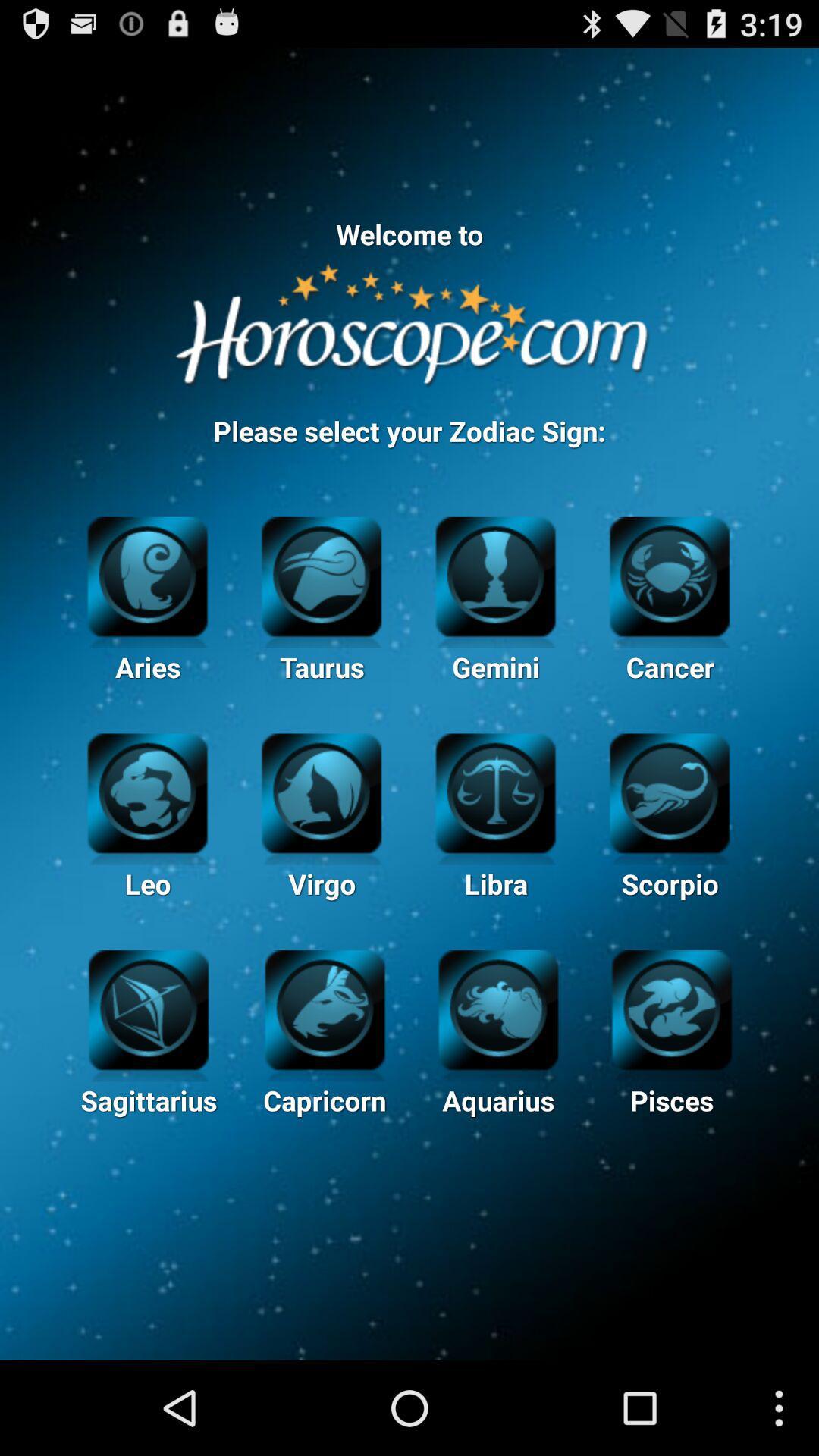 The width and height of the screenshot is (819, 1456). Describe the element at coordinates (147, 790) in the screenshot. I see `click on leo horoscope` at that location.